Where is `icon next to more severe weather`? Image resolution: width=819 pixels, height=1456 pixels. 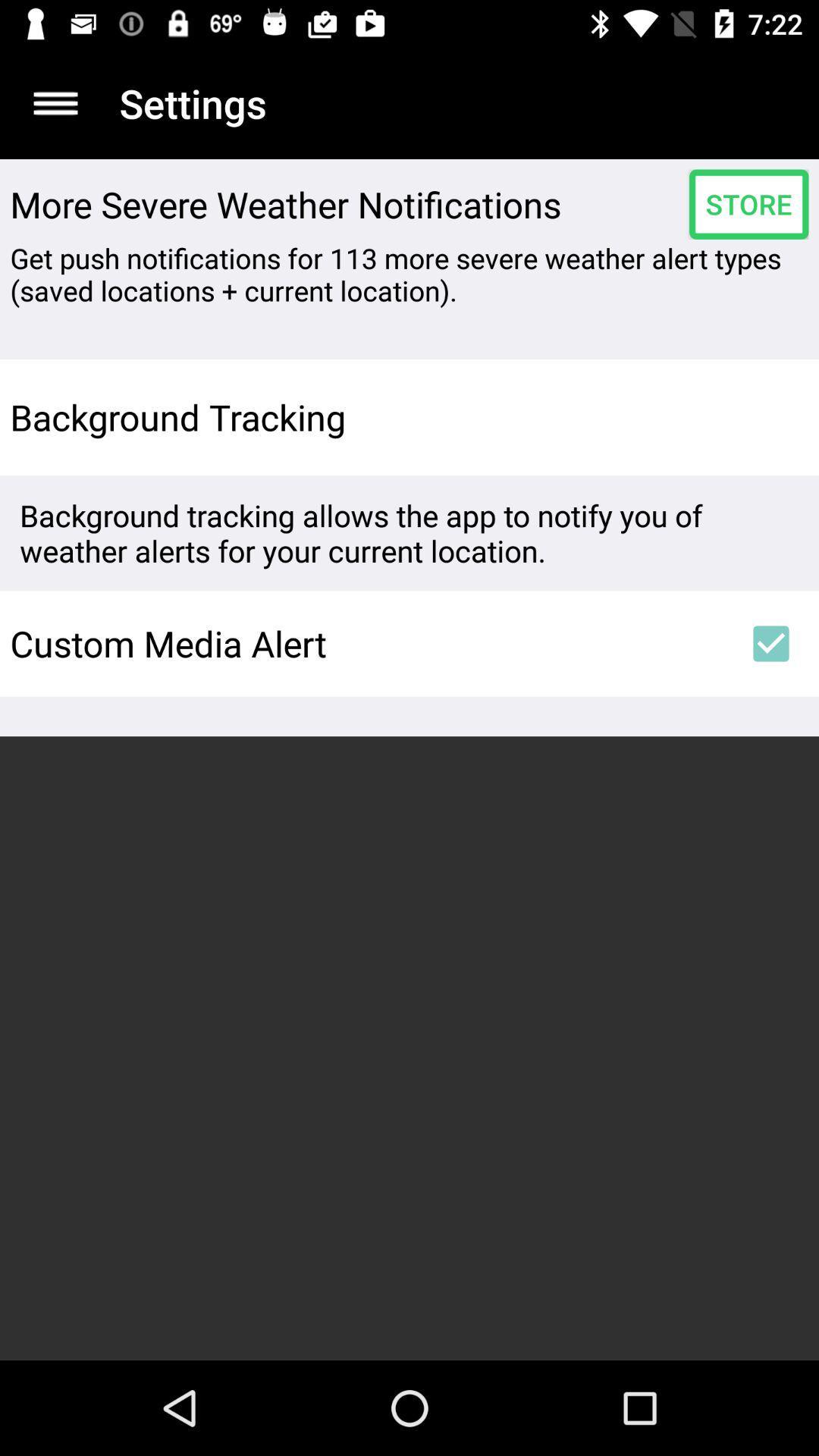 icon next to more severe weather is located at coordinates (748, 203).